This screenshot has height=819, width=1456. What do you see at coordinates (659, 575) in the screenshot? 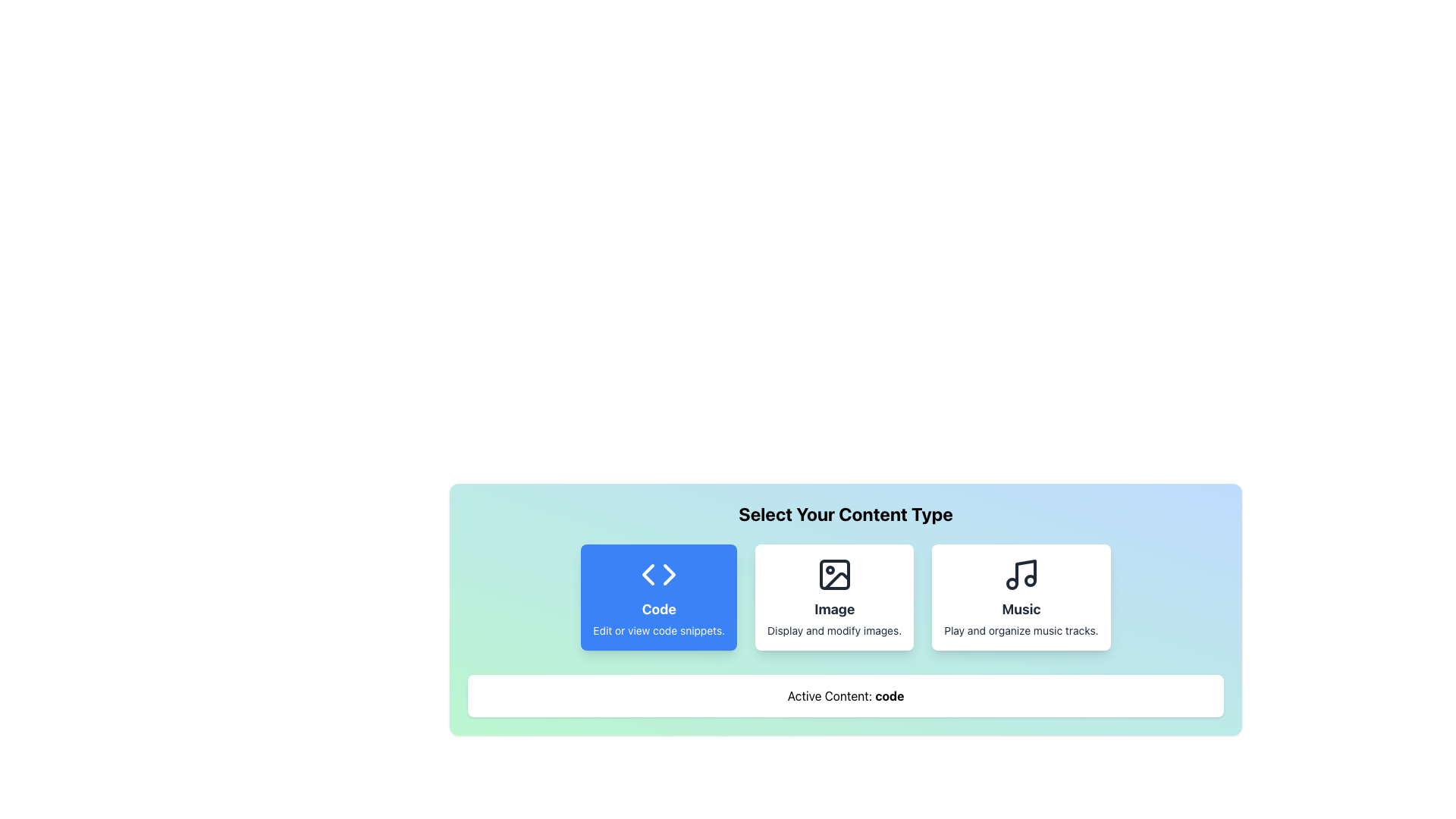
I see `the code icon located in the first position of the horizontally aligned menu, above the text 'Code'` at bounding box center [659, 575].